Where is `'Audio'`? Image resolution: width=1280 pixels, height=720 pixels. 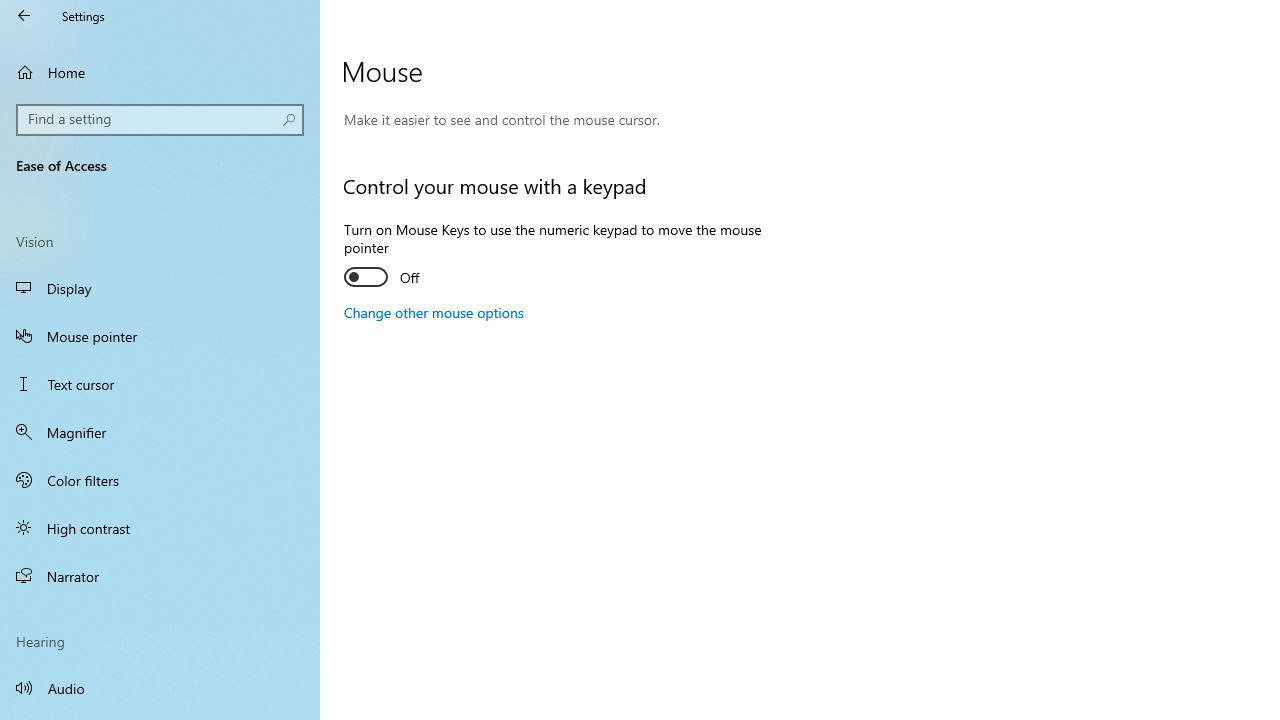
'Audio' is located at coordinates (160, 686).